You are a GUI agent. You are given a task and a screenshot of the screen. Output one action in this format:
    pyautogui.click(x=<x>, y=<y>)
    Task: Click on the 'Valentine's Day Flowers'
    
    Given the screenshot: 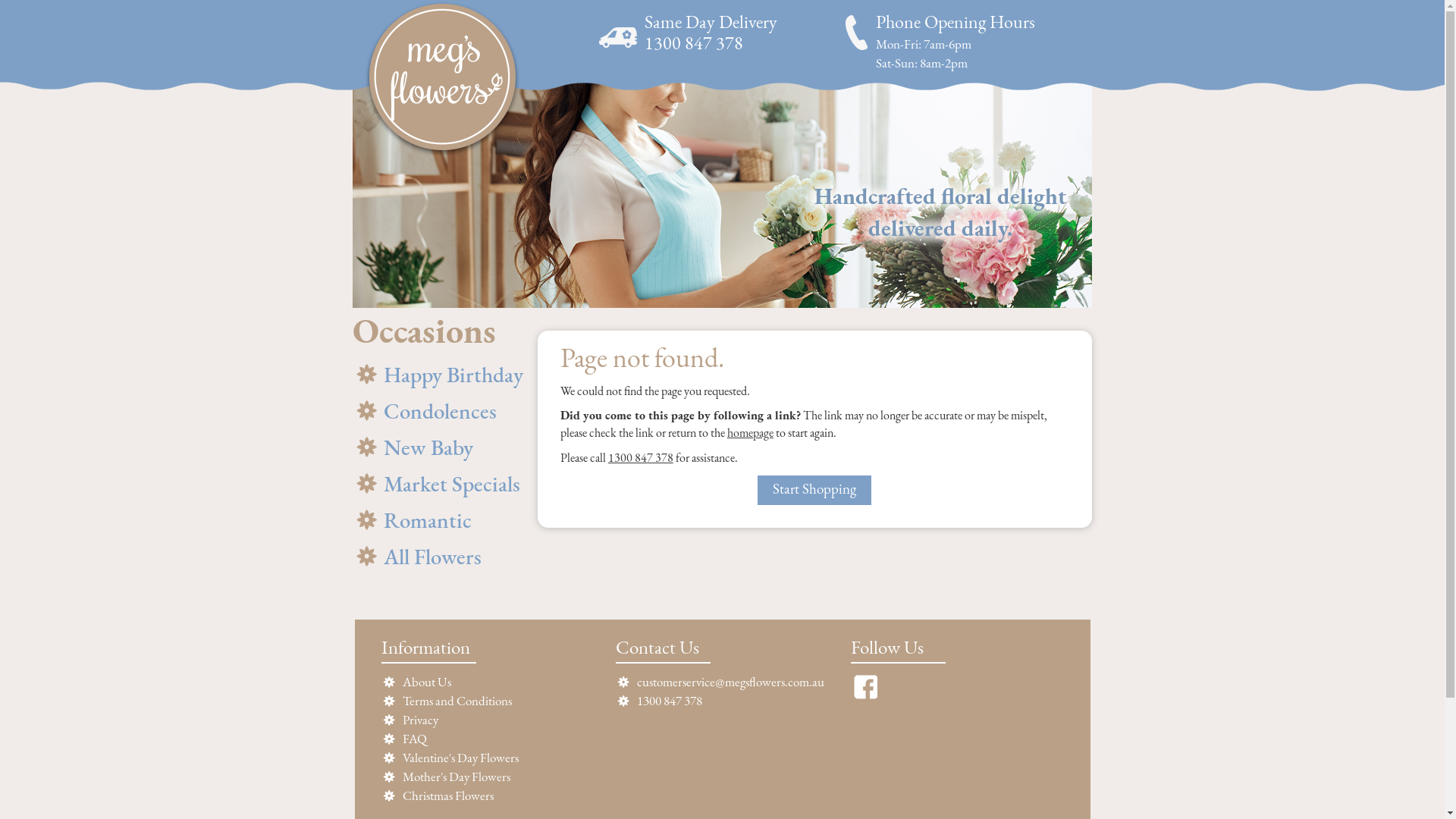 What is the action you would take?
    pyautogui.click(x=459, y=758)
    